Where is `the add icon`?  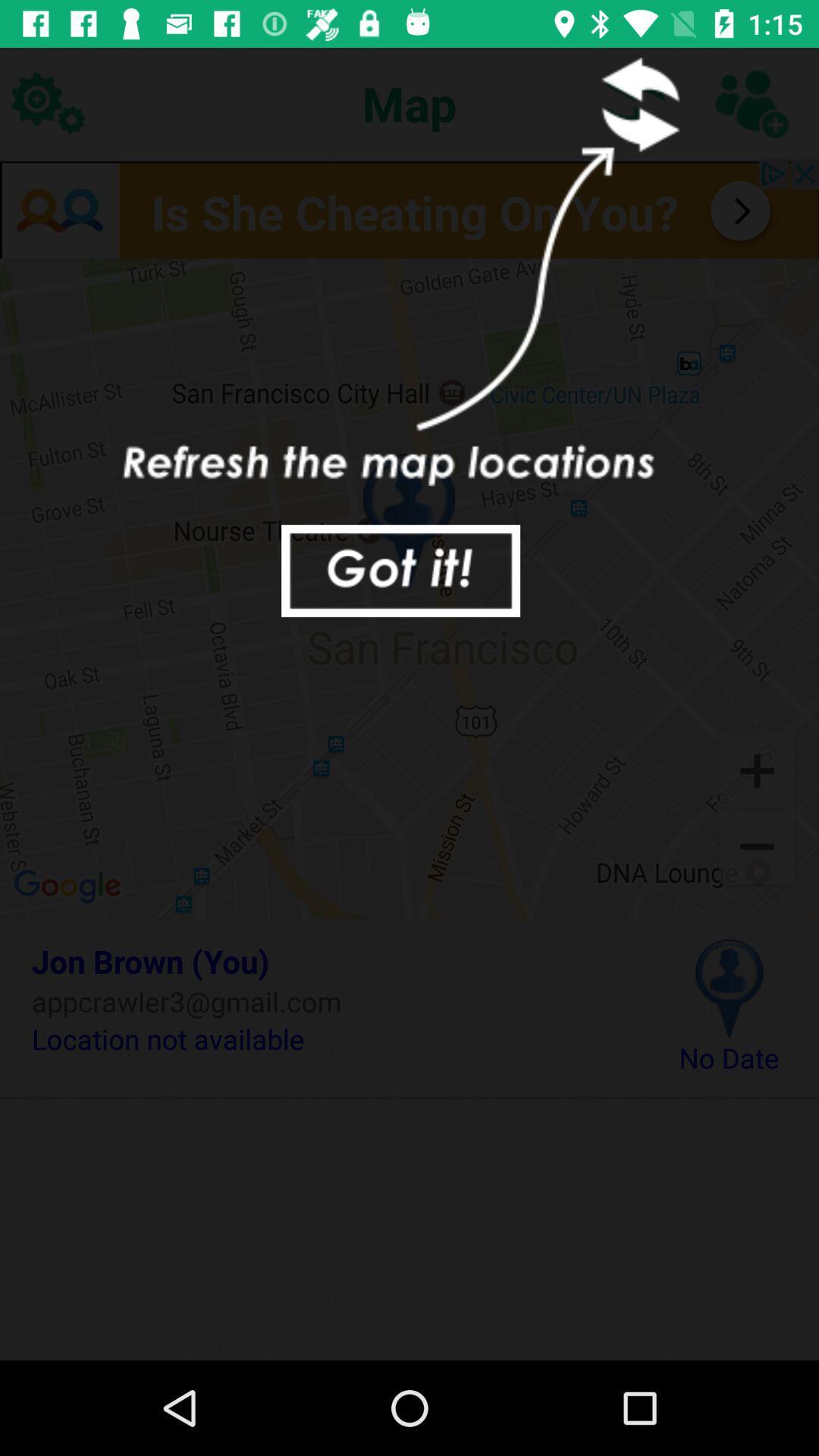 the add icon is located at coordinates (757, 769).